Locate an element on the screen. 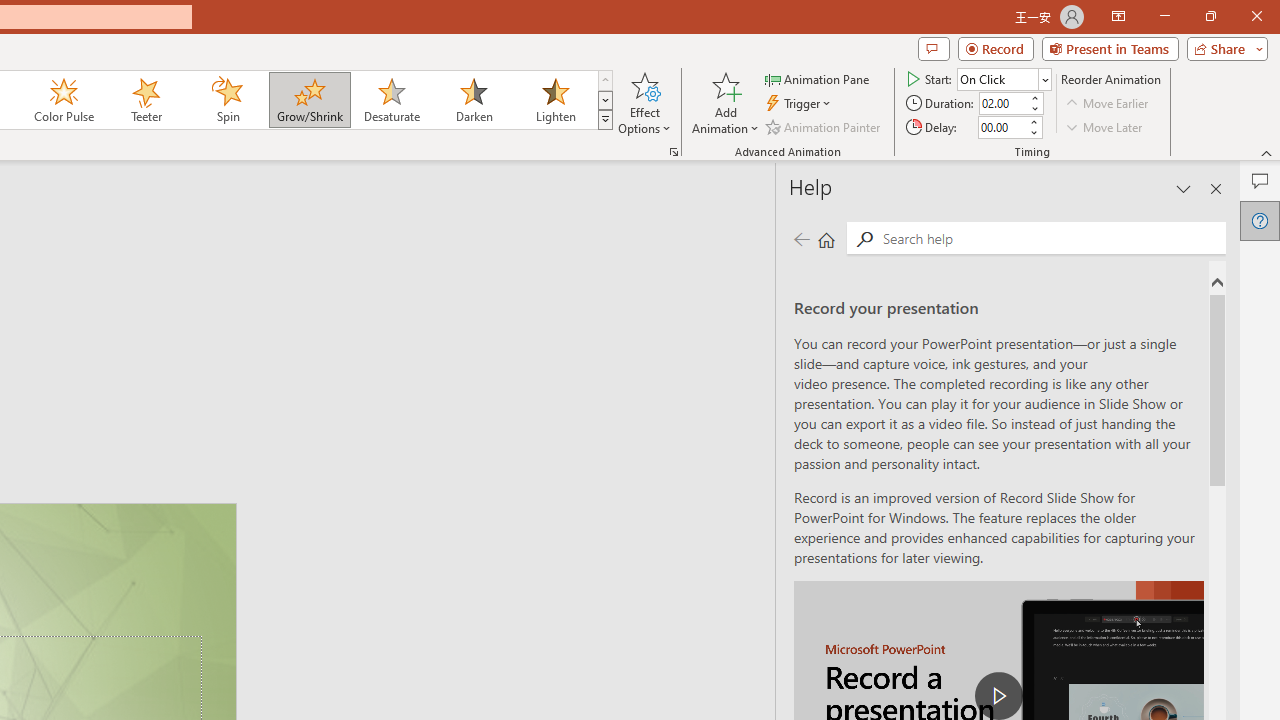 This screenshot has width=1280, height=720. 'Move Earlier' is located at coordinates (1106, 103).